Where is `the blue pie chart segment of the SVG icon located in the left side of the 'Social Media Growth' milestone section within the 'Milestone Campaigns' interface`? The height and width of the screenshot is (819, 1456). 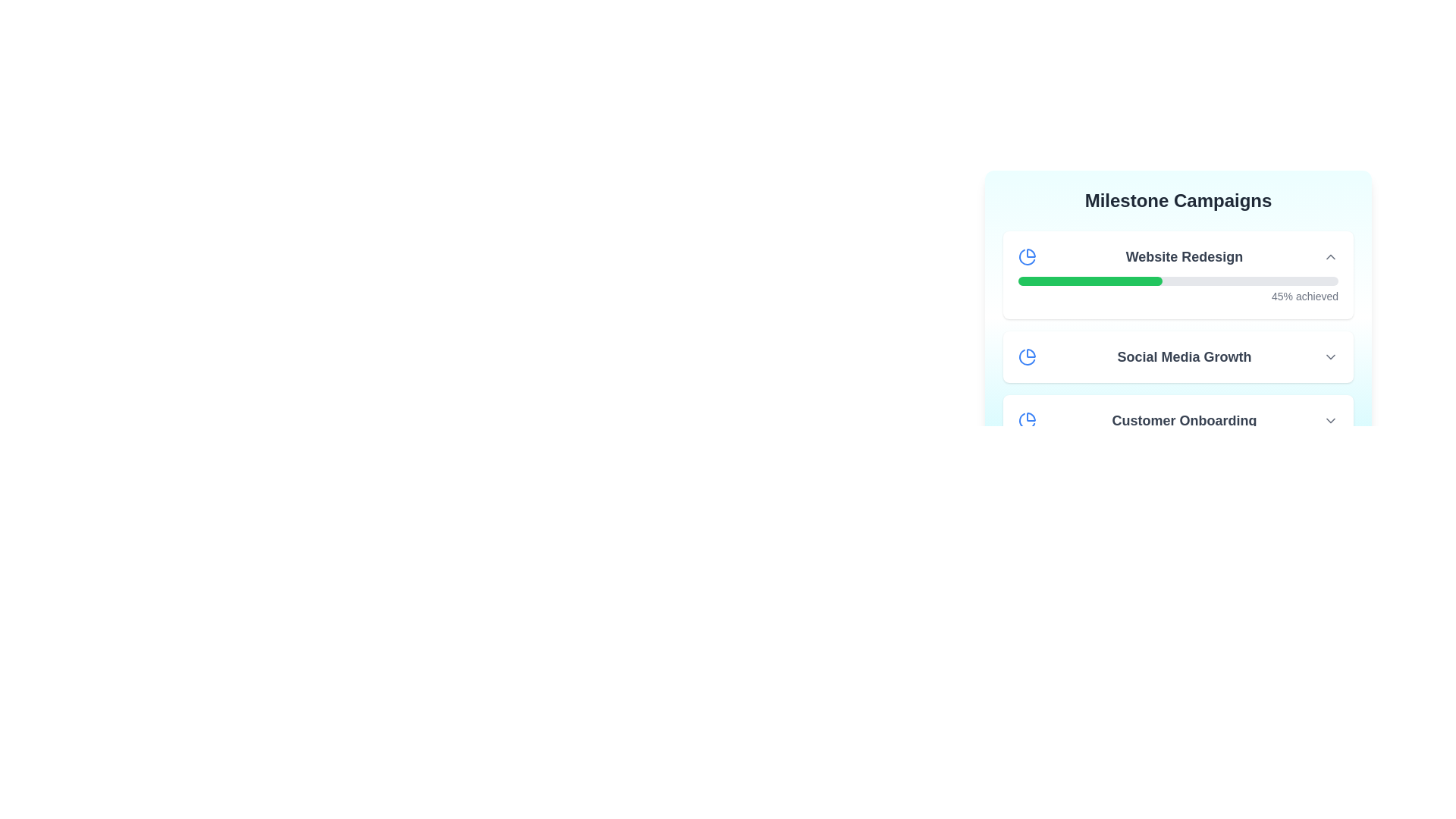
the blue pie chart segment of the SVG icon located in the left side of the 'Social Media Growth' milestone section within the 'Milestone Campaigns' interface is located at coordinates (1031, 353).